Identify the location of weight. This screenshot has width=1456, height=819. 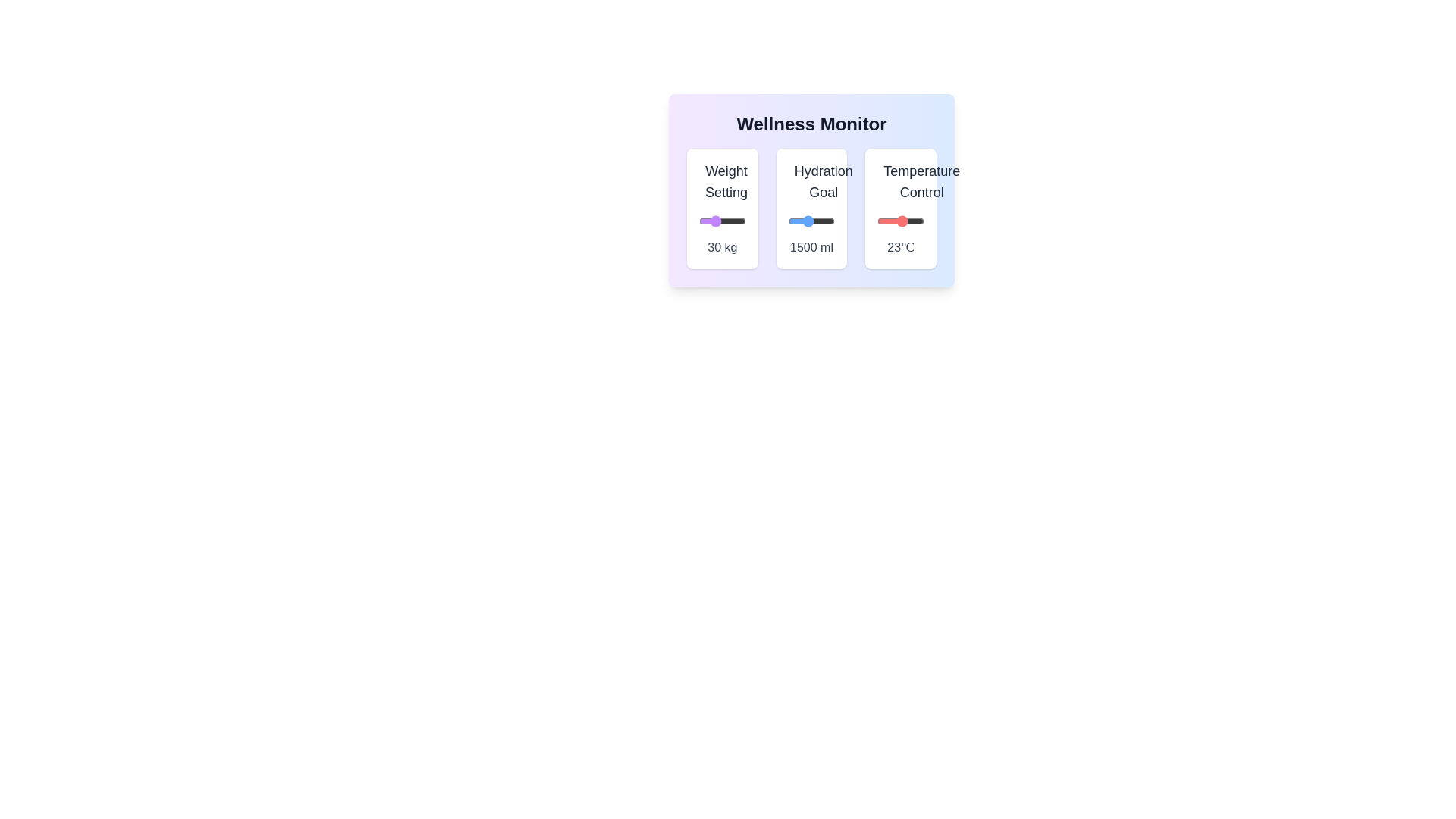
(743, 221).